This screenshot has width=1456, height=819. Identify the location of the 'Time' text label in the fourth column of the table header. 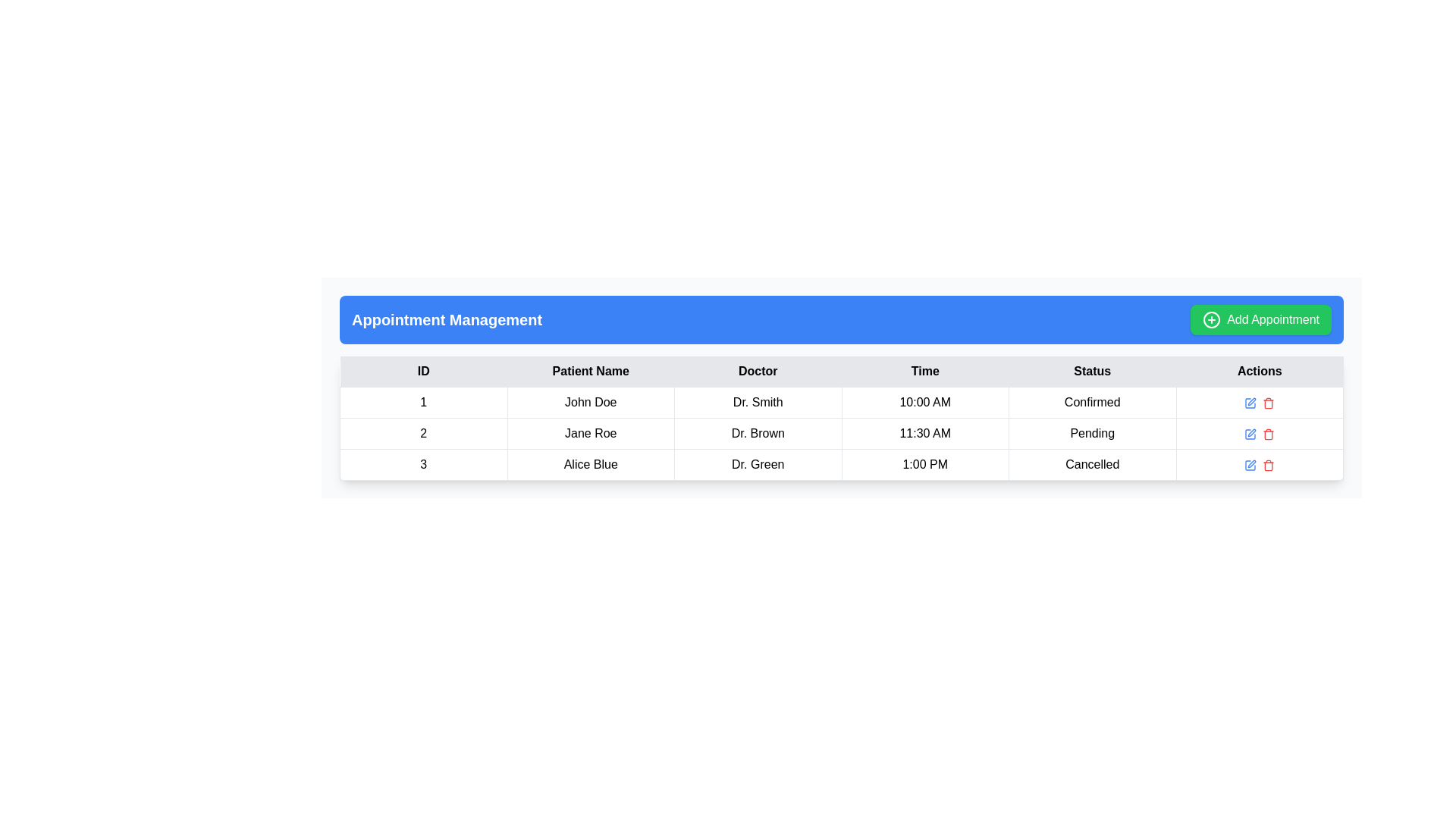
(924, 372).